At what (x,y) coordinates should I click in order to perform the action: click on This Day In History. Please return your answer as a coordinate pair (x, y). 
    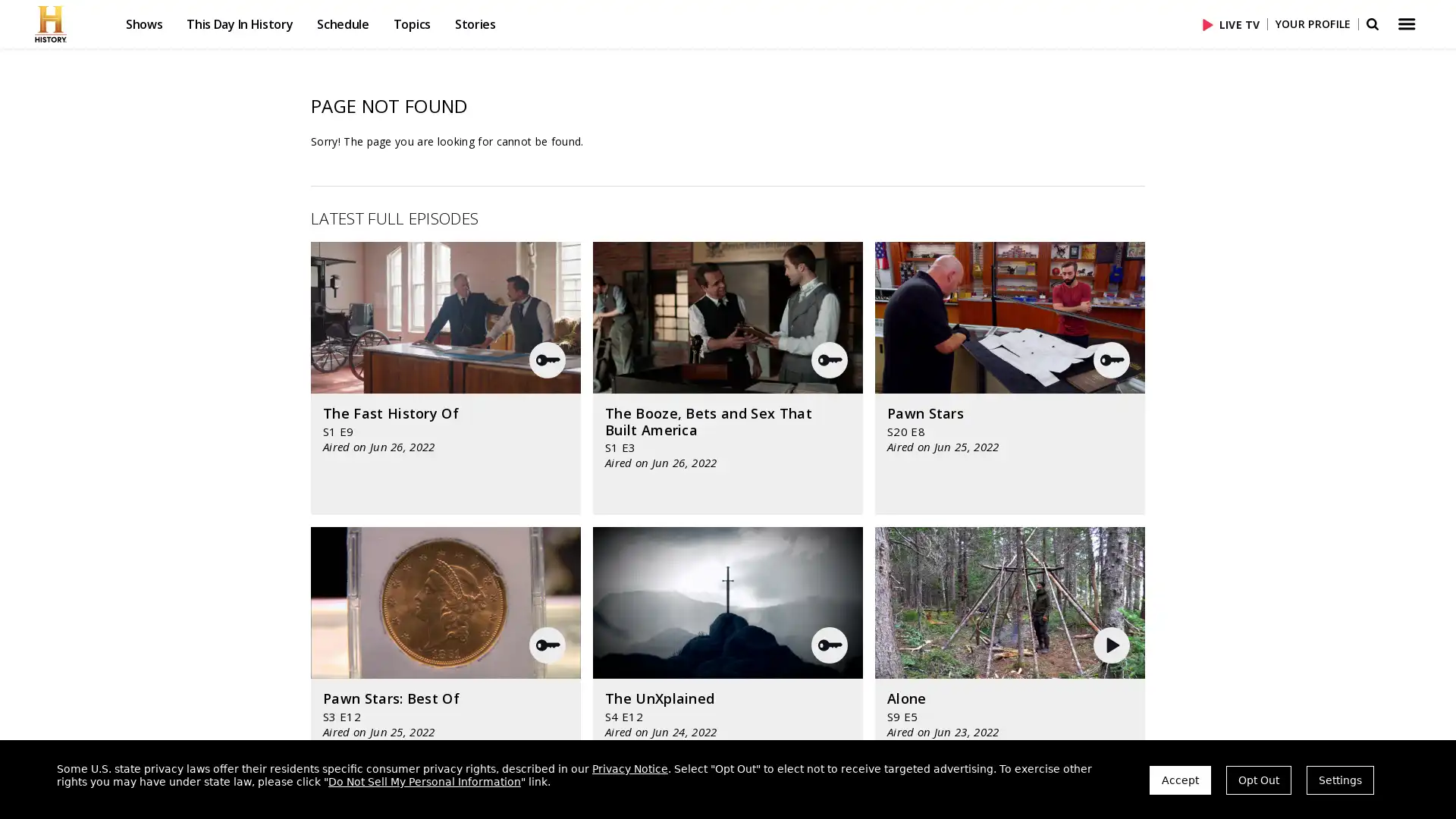
    Looking at the image, I should click on (239, 24).